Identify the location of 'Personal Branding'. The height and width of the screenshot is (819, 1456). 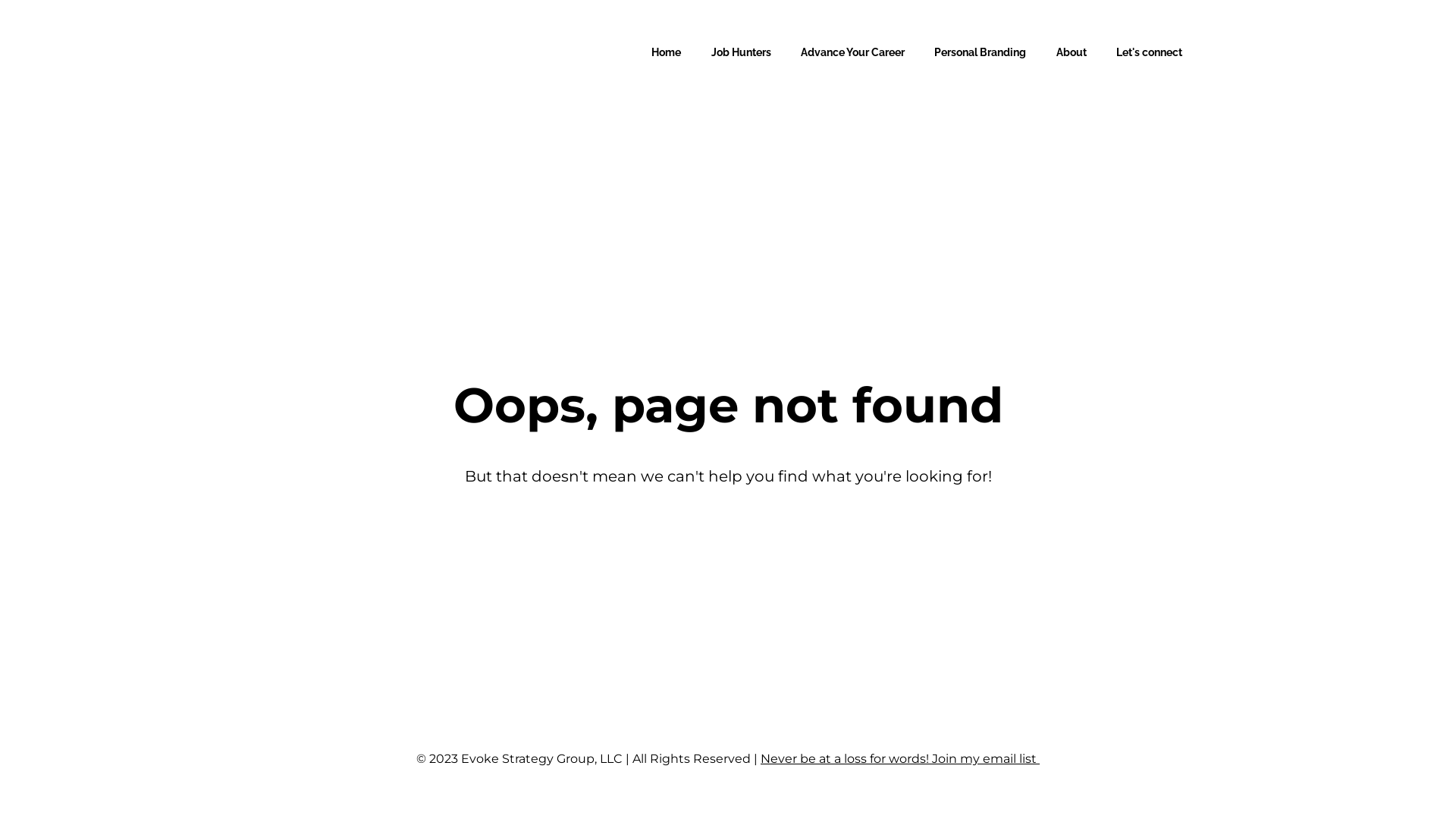
(934, 51).